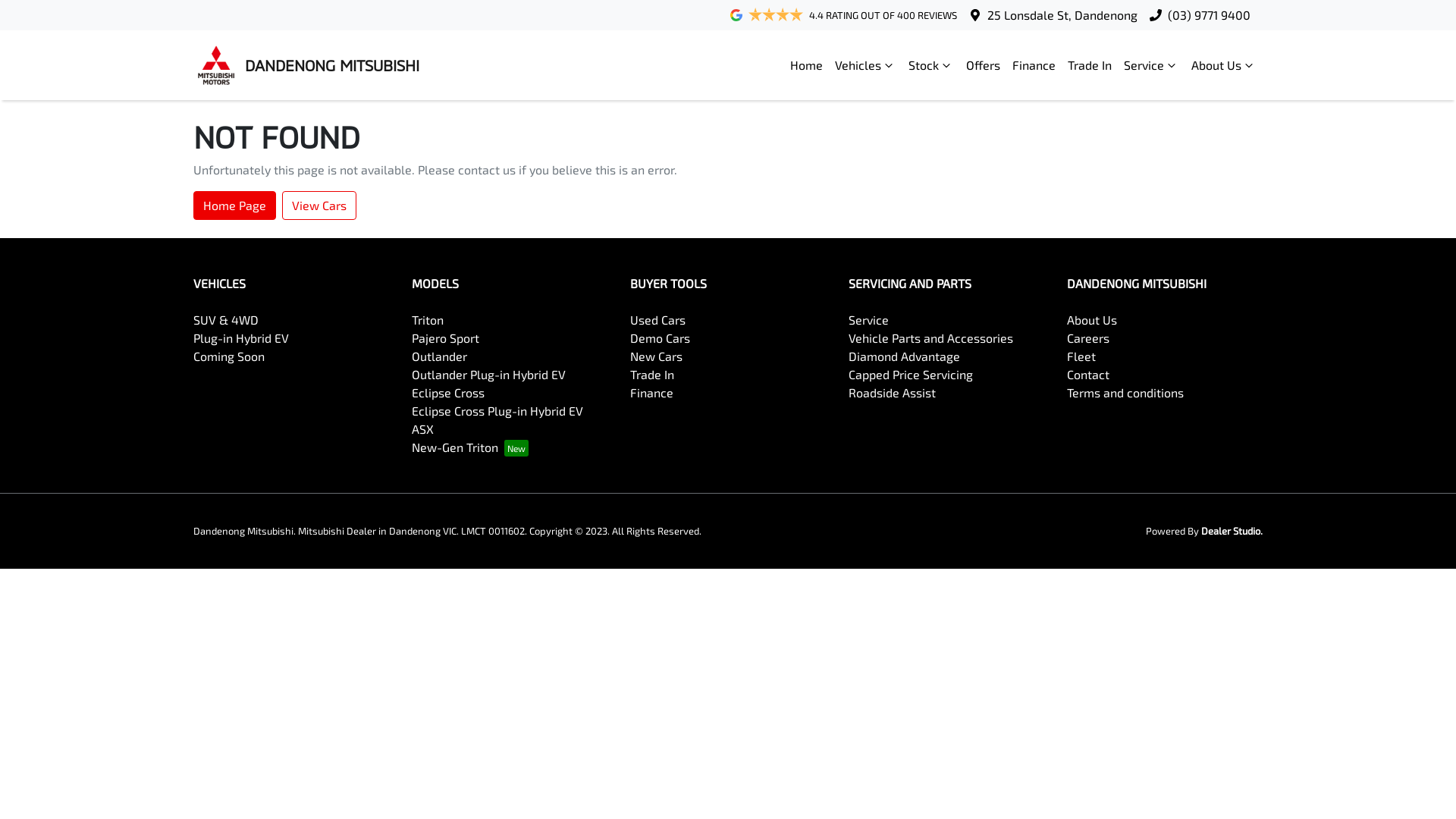  I want to click on 'Finance', so click(651, 391).